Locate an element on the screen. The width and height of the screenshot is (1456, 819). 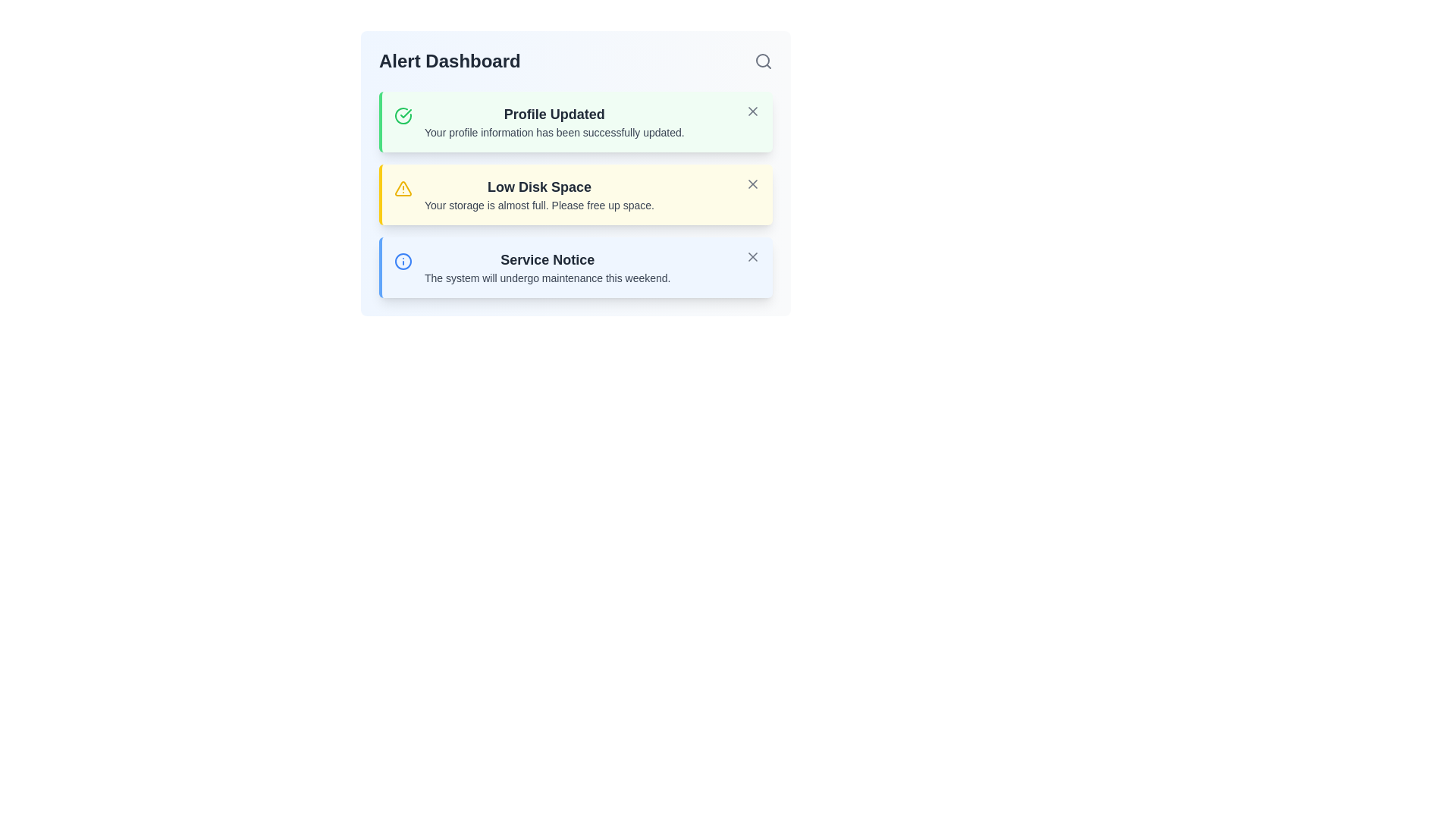
the Text label that serves as the title of the low disk space alert message, located at the top of the alert box is located at coordinates (539, 186).